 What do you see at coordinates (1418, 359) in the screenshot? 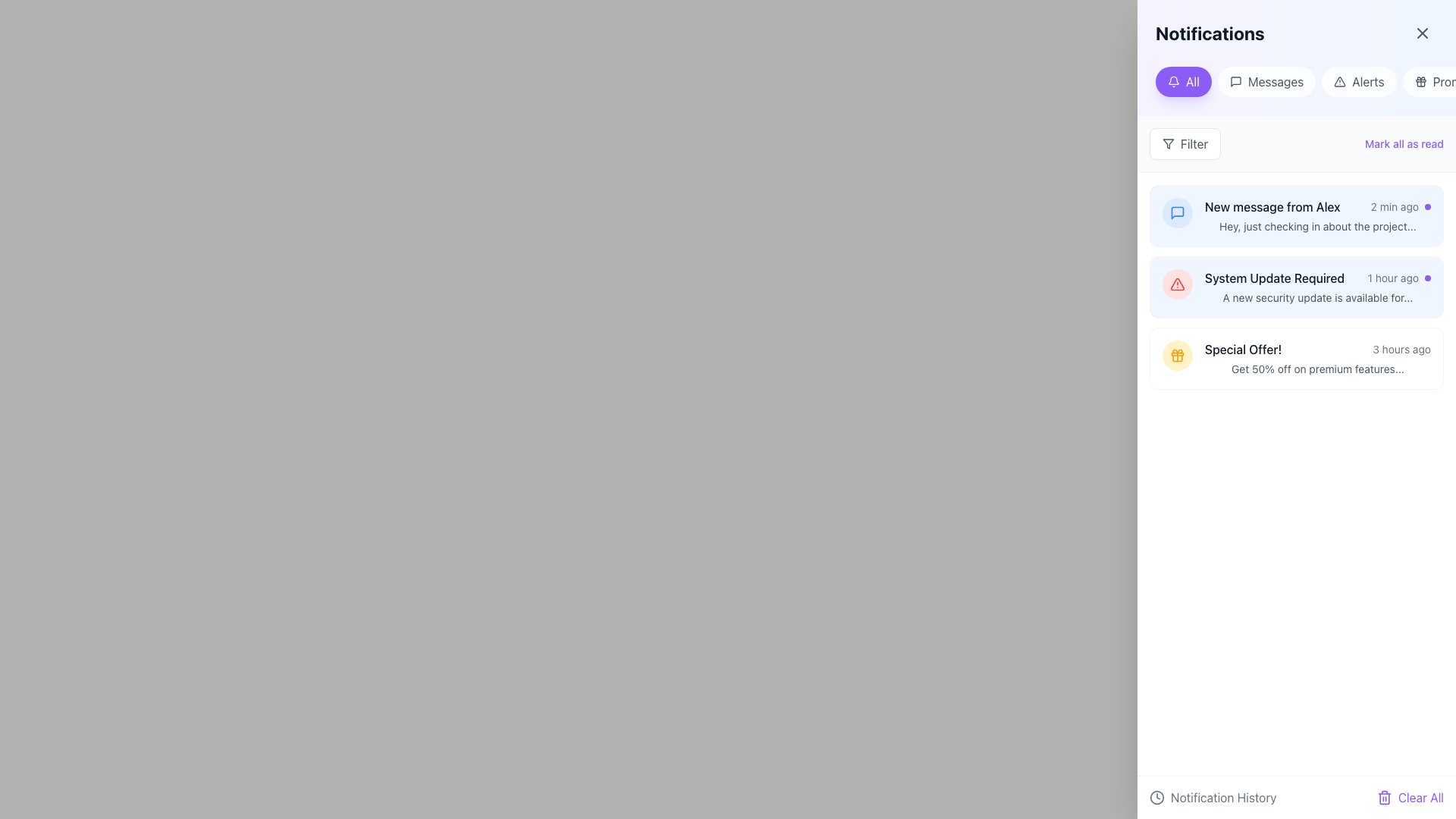
I see `the vertical ellipsis icon, which consists of three gray dots arranged vertically, located at the top-right corner of the notification card for the 'Special Offer'` at bounding box center [1418, 359].